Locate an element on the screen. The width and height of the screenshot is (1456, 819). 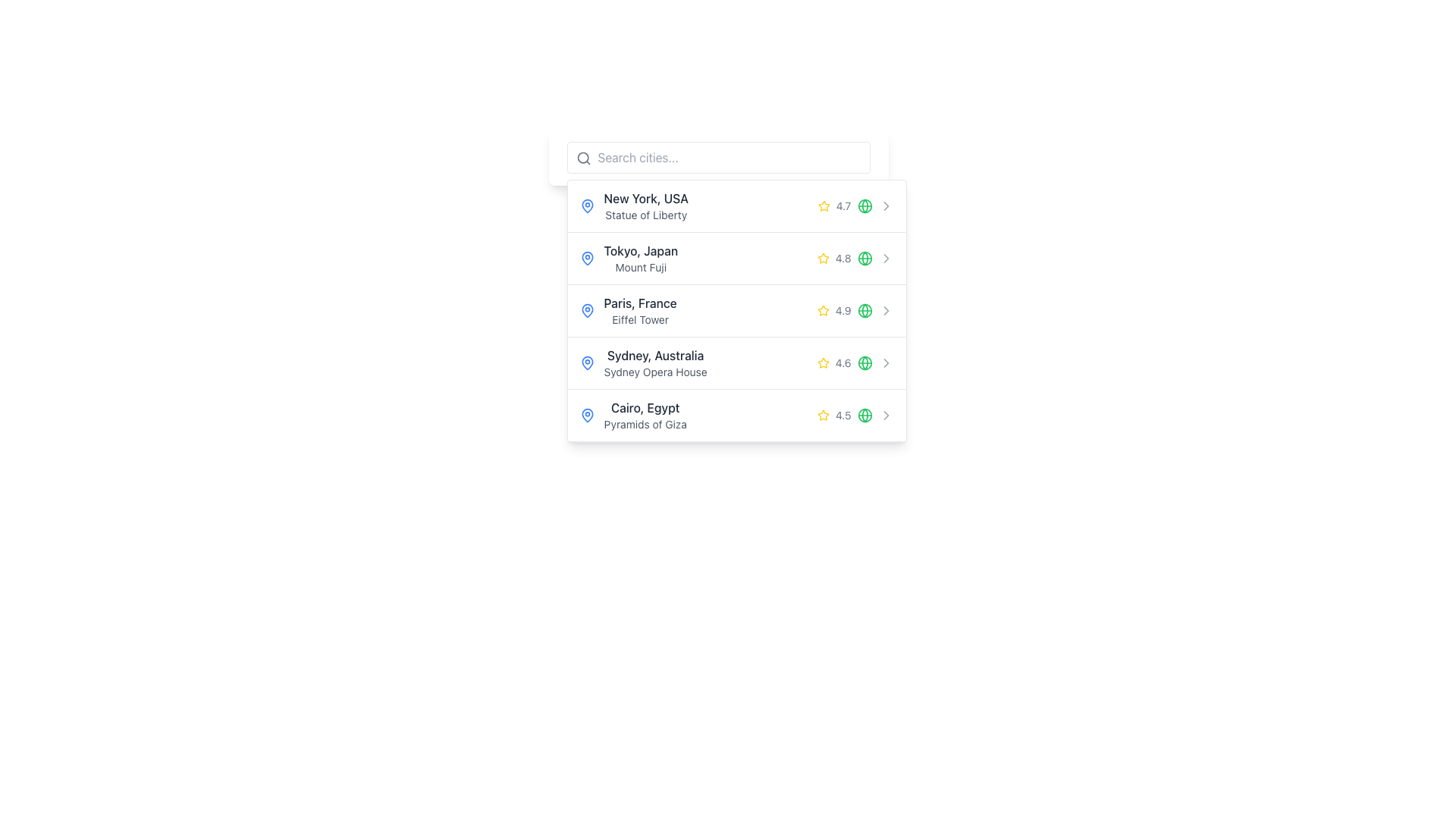
the circular graphical component with a green outline and white interior that is part of the globe icon, located in the 'Paris, France' entry of the list is located at coordinates (864, 309).